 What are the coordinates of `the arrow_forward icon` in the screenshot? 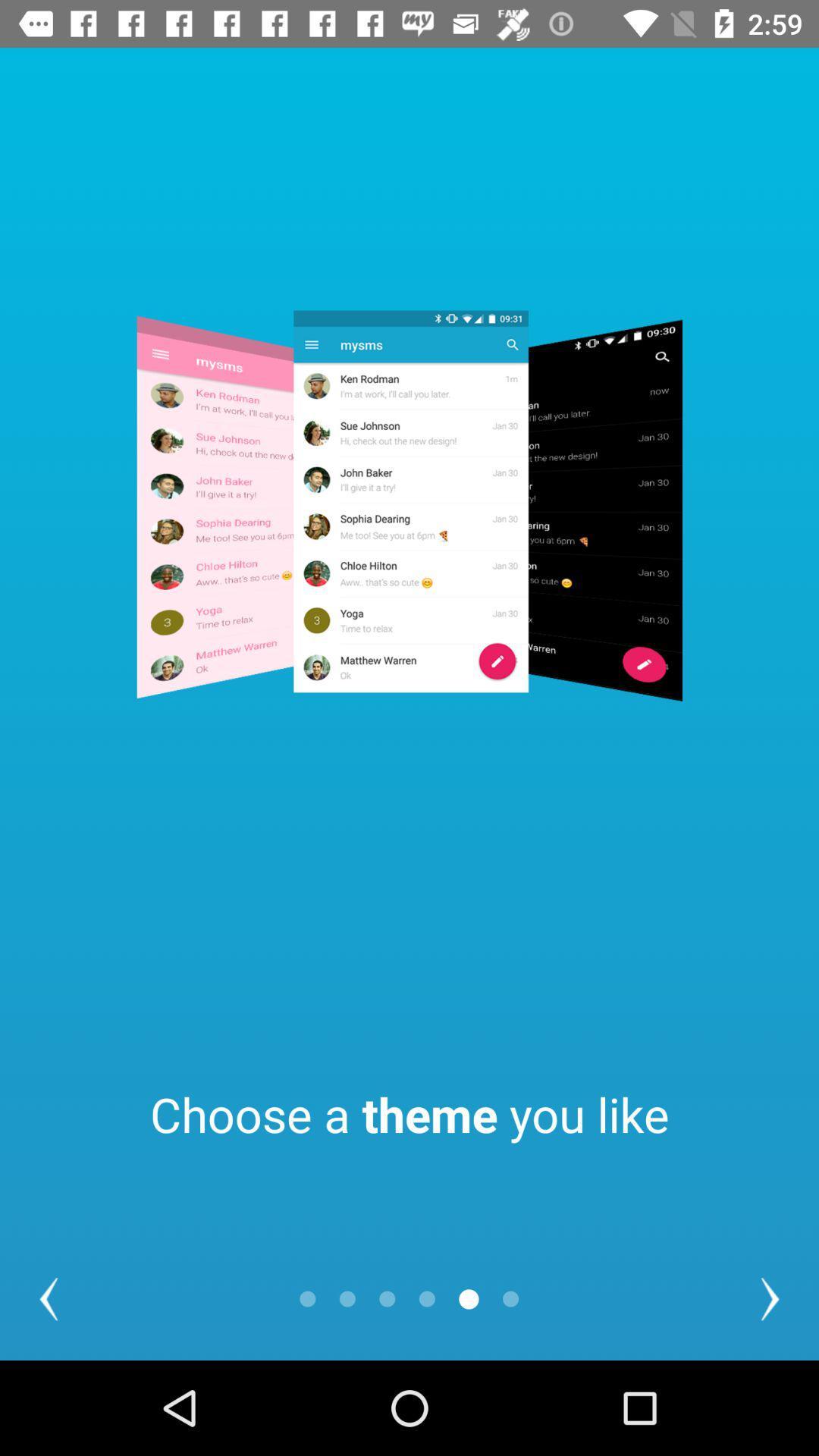 It's located at (770, 1298).